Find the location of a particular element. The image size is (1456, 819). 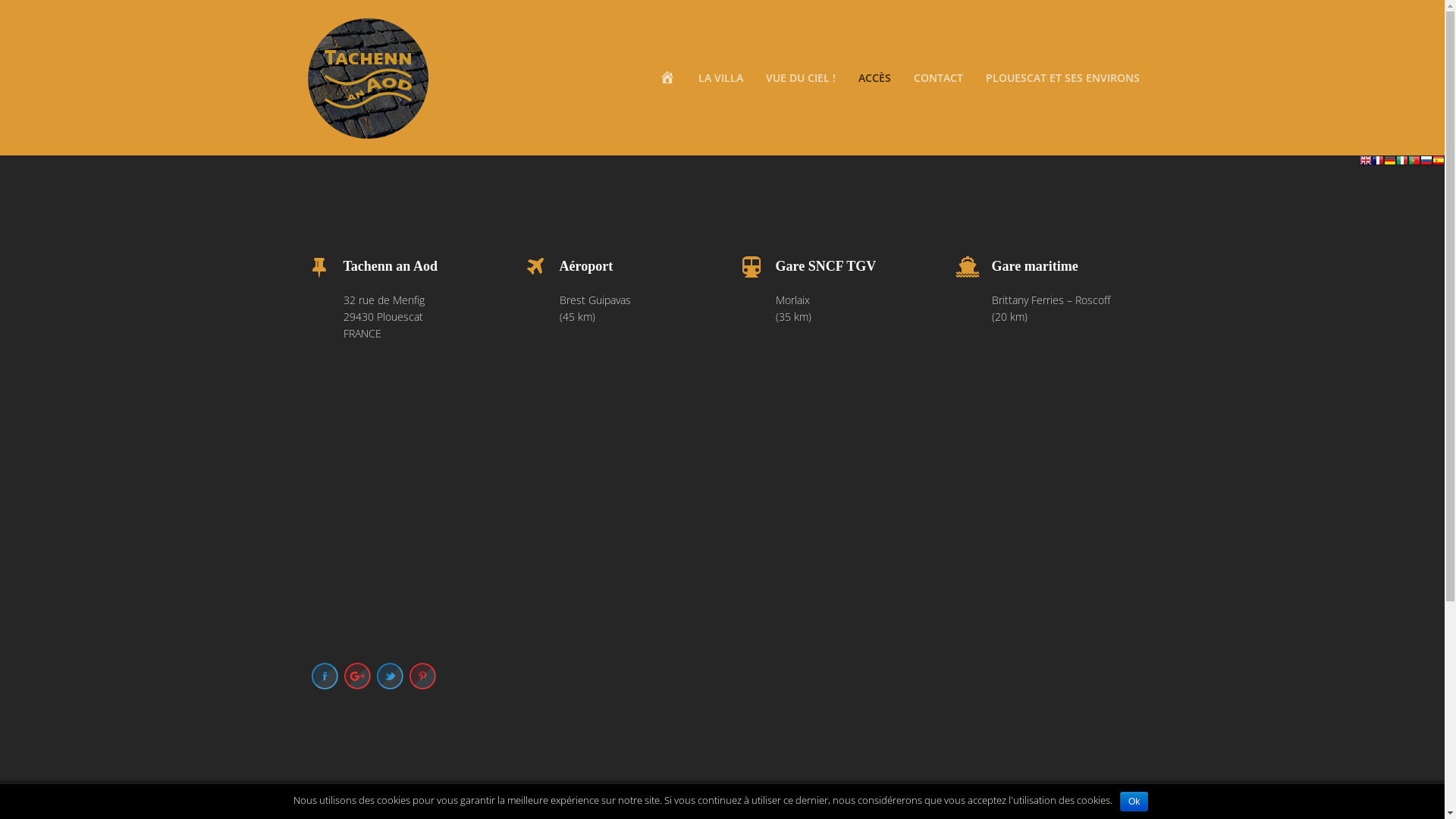

'Ok' is located at coordinates (1134, 800).